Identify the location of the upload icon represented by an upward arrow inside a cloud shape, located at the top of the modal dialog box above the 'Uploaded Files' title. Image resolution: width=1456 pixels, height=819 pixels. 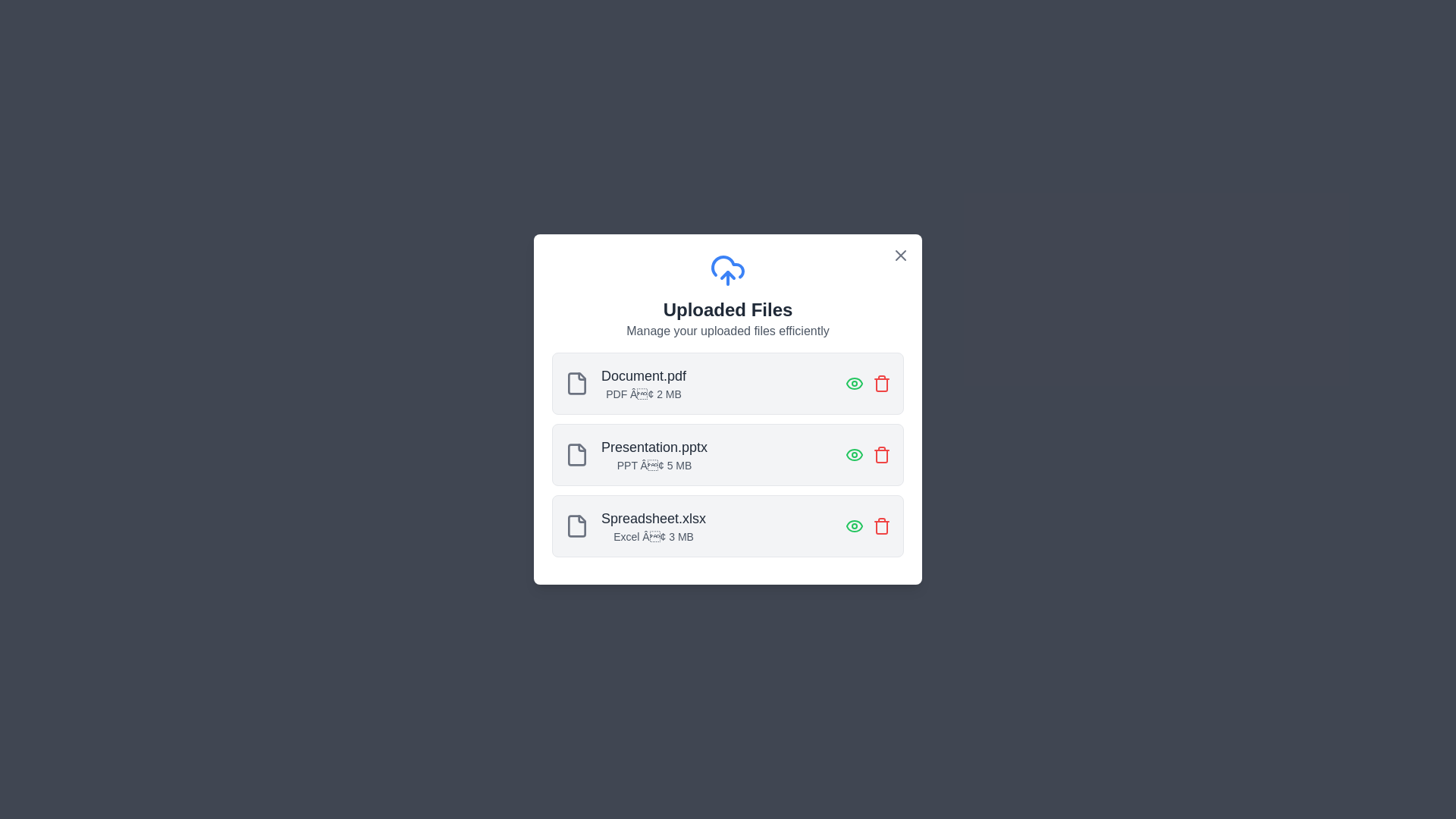
(728, 275).